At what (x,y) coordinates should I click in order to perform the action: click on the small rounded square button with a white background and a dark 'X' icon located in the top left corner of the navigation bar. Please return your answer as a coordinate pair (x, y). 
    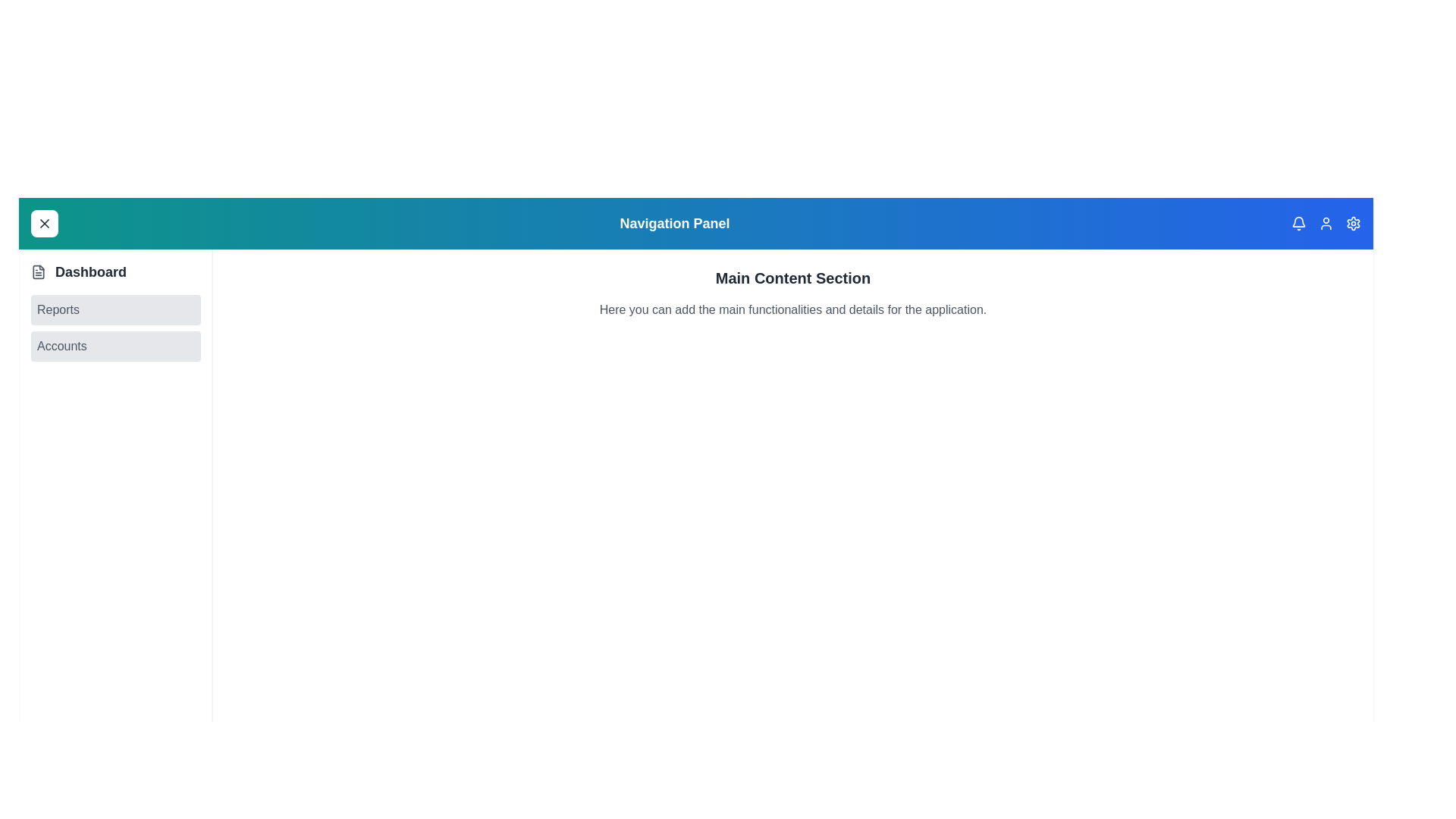
    Looking at the image, I should click on (44, 223).